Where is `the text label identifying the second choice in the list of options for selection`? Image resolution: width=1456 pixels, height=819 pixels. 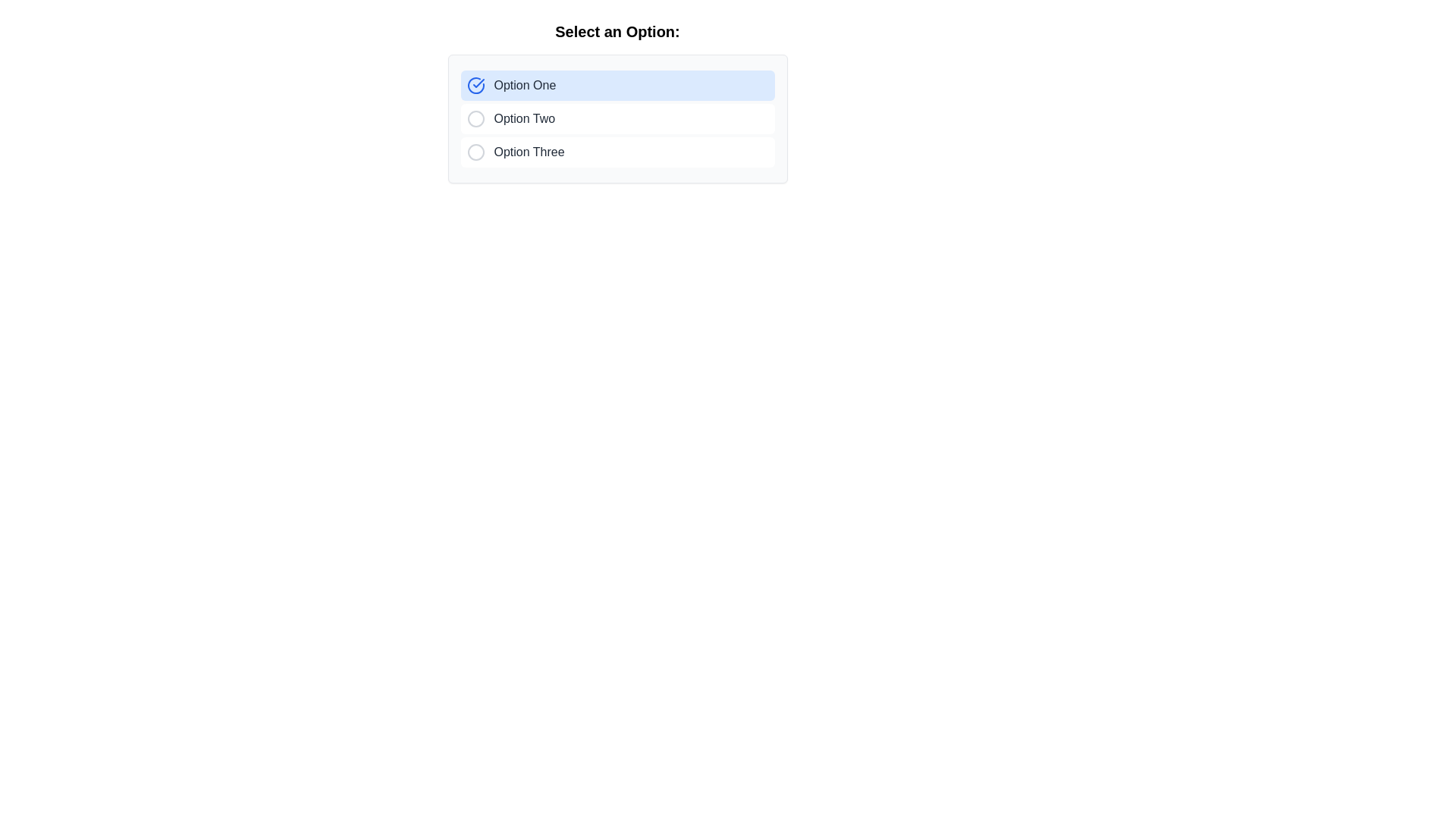 the text label identifying the second choice in the list of options for selection is located at coordinates (524, 118).